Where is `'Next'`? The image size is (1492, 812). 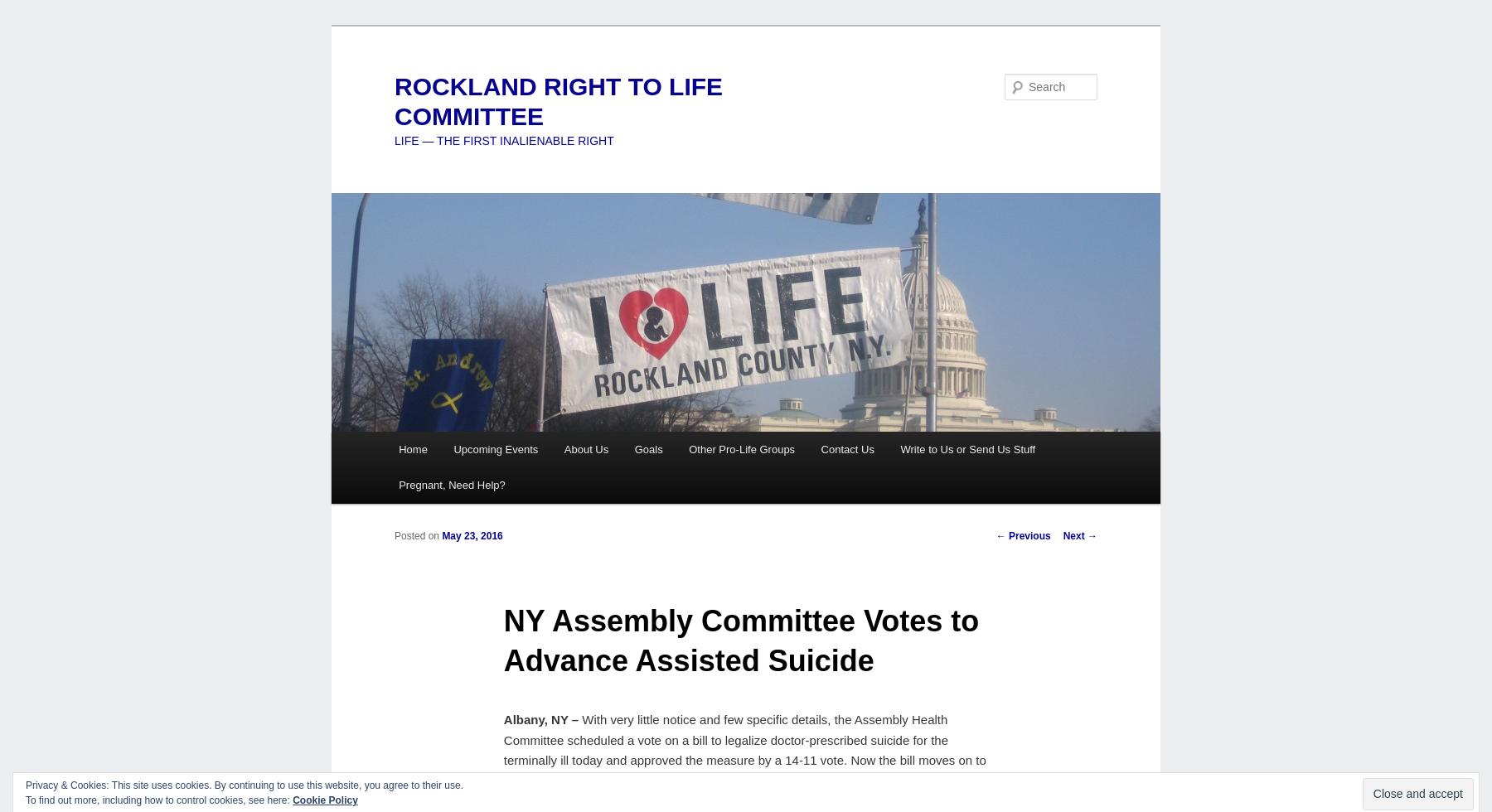
'Next' is located at coordinates (1075, 535).